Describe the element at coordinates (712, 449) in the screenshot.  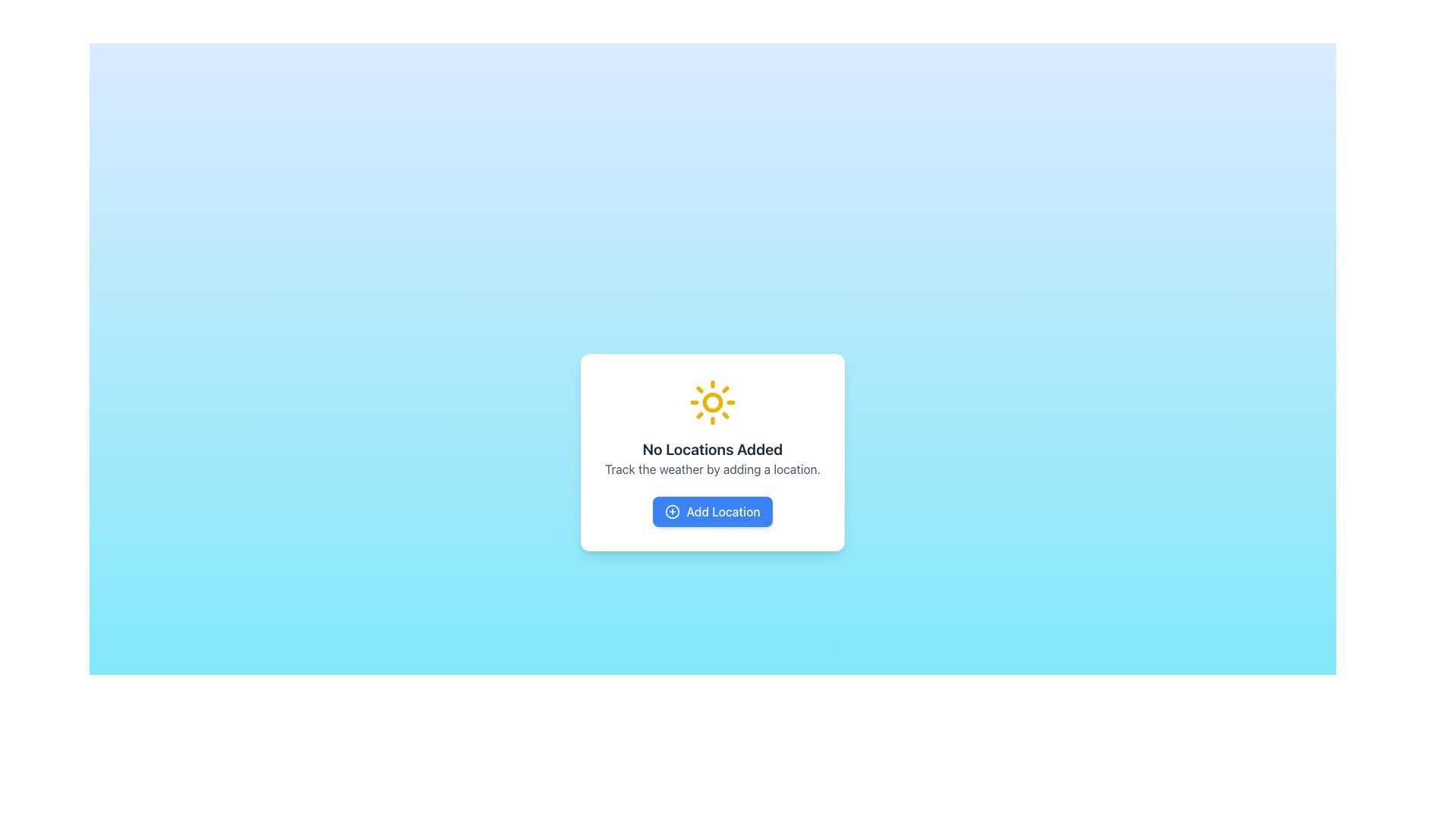
I see `the informational text label indicating that no locations have been added to track weather data, which is centrally located below a sun icon and above another text line` at that location.